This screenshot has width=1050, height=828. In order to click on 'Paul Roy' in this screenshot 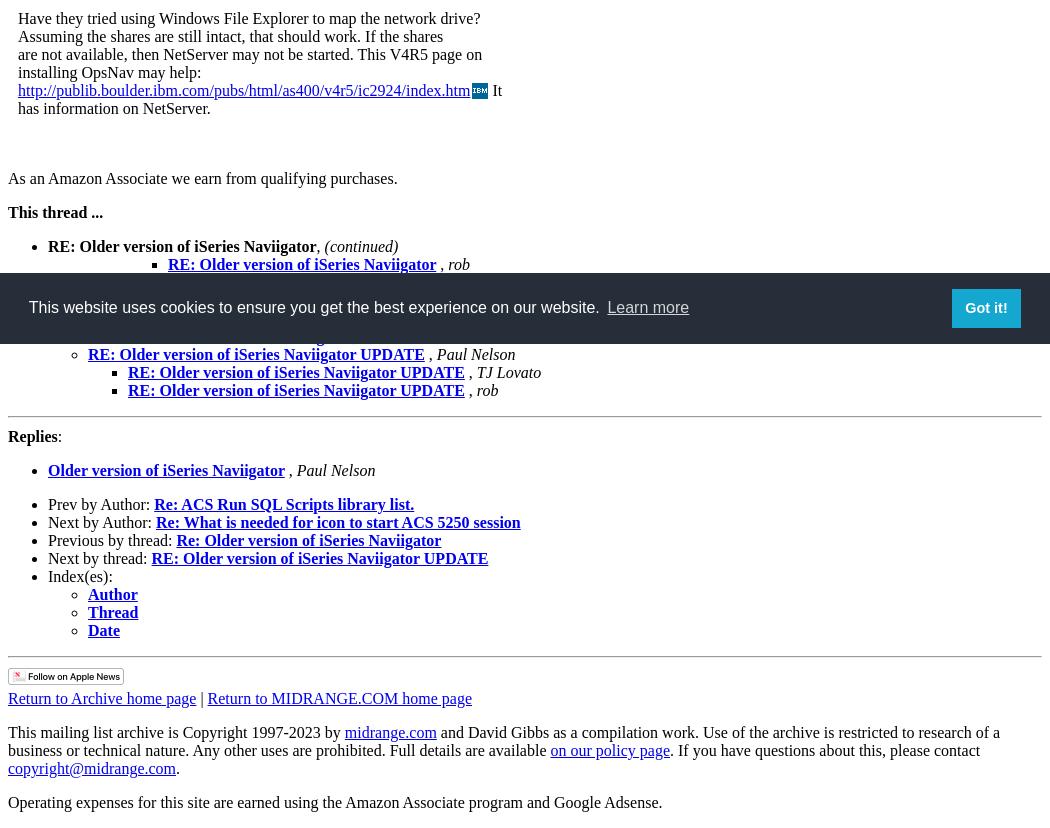, I will do `click(393, 300)`.